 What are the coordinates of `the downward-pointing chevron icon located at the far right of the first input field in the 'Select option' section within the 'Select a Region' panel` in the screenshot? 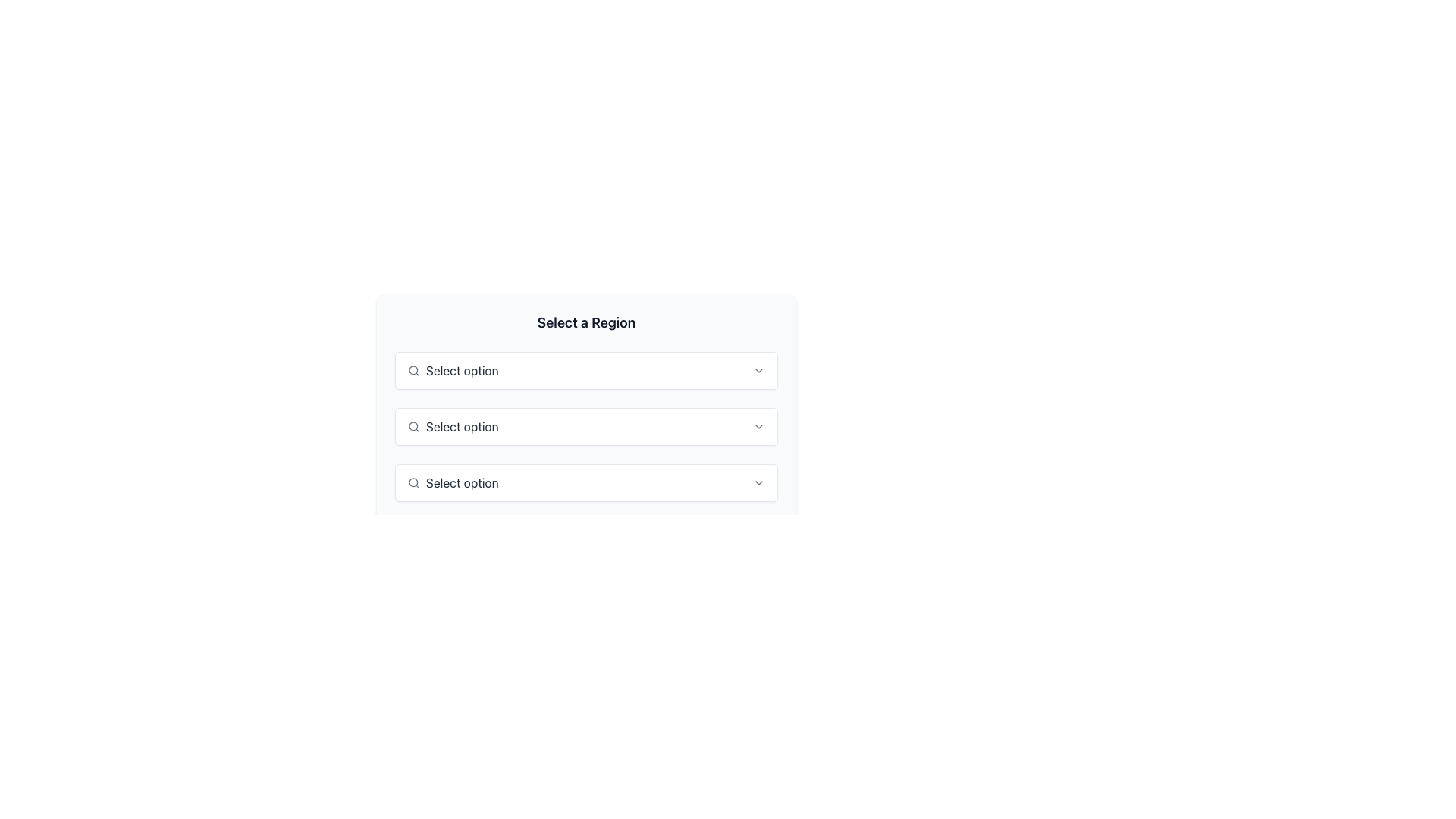 It's located at (759, 371).